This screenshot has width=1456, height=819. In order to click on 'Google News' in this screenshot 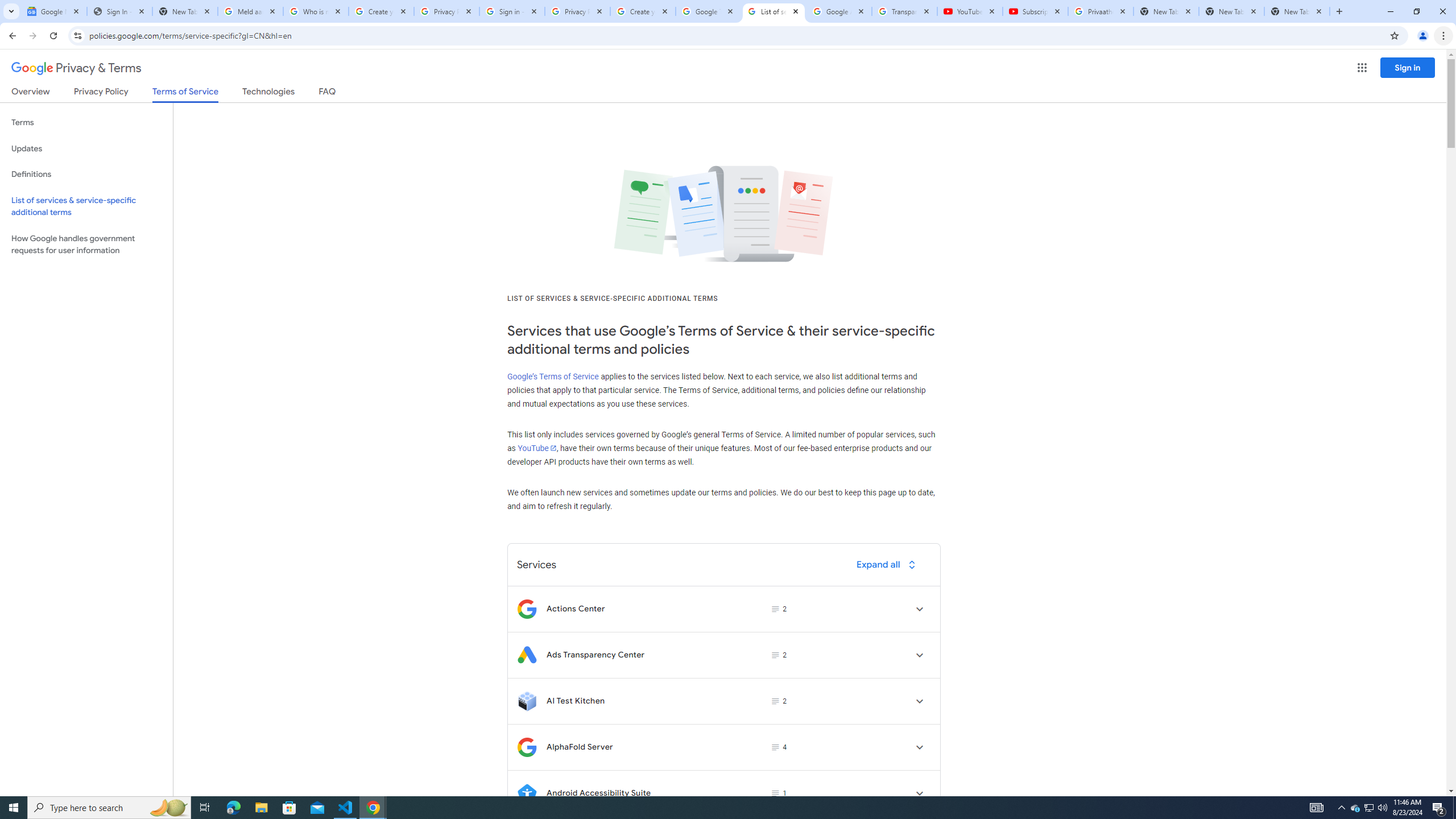, I will do `click(53, 11)`.